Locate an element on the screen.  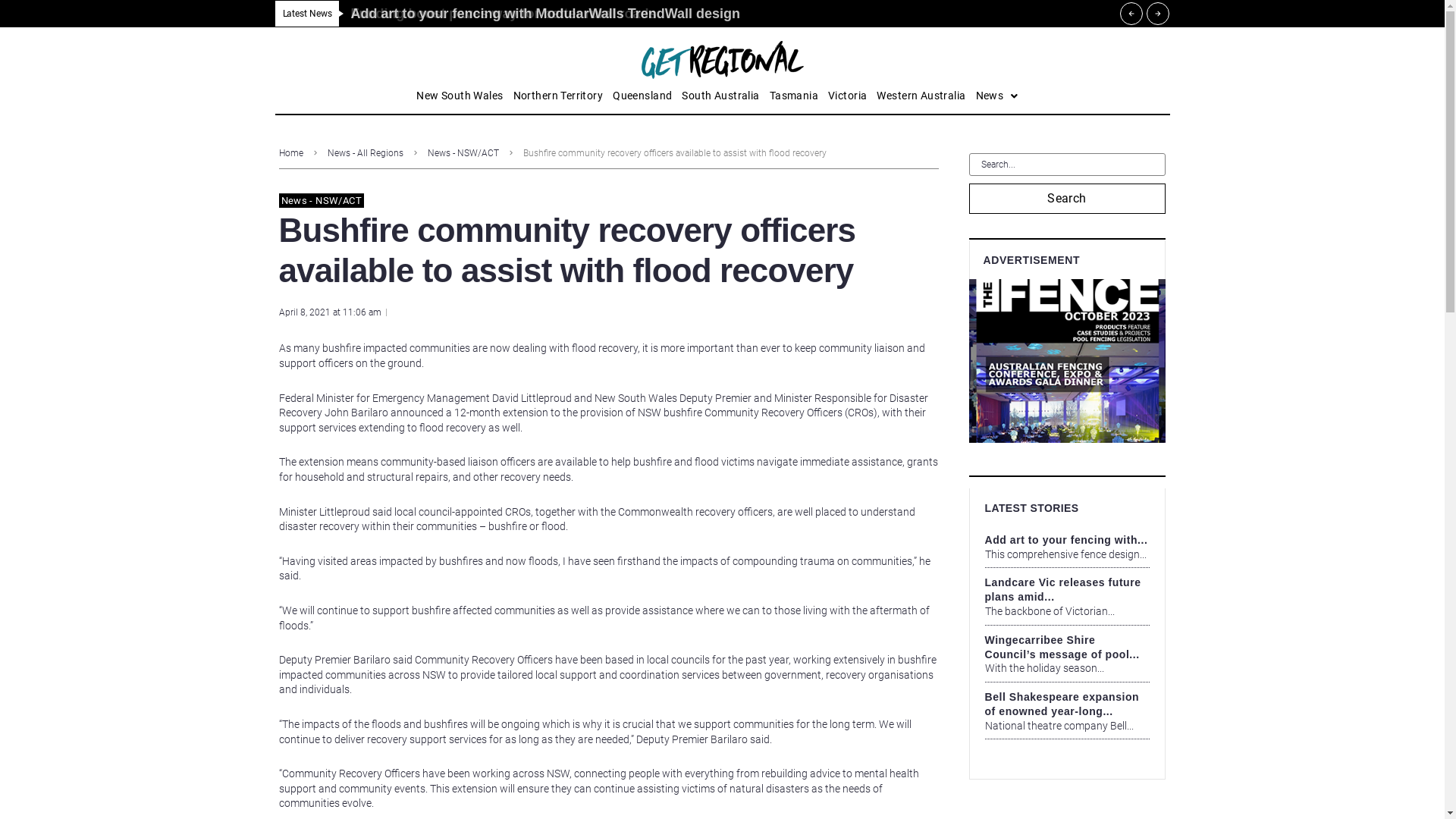
'Search for:' is located at coordinates (1066, 164).